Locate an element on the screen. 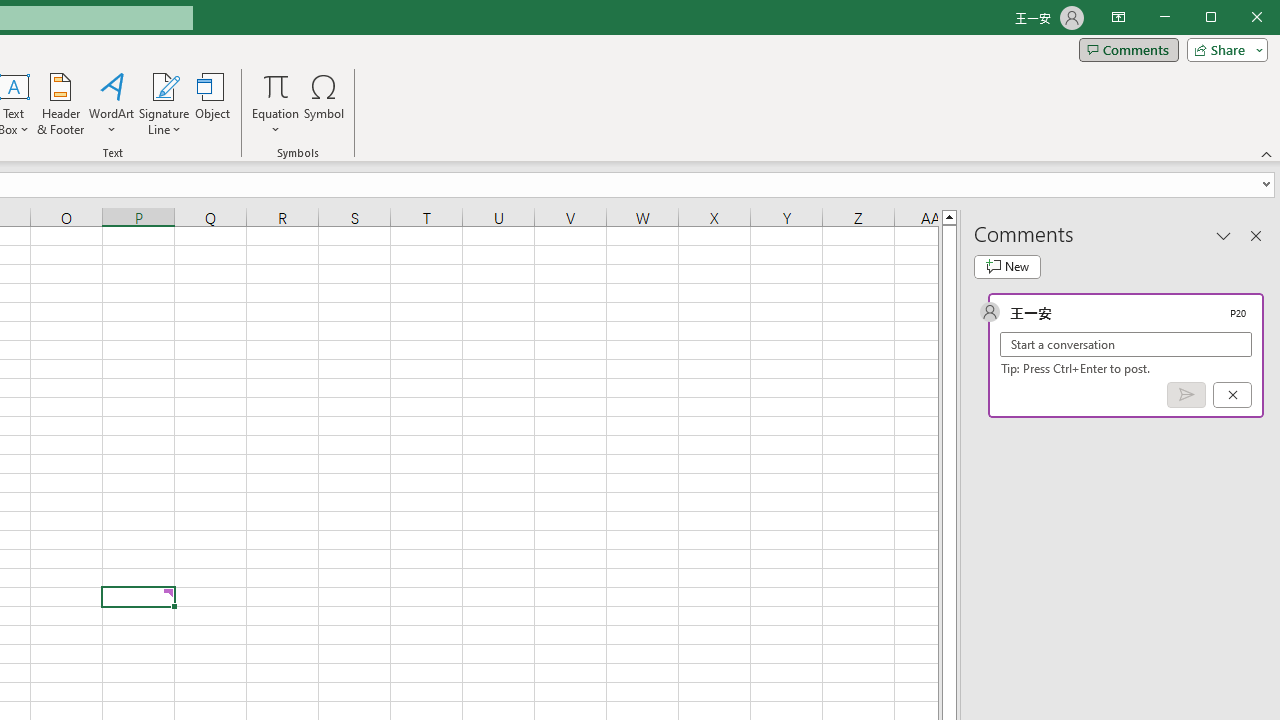 This screenshot has height=720, width=1280. 'Ribbon Display Options' is located at coordinates (1117, 18).